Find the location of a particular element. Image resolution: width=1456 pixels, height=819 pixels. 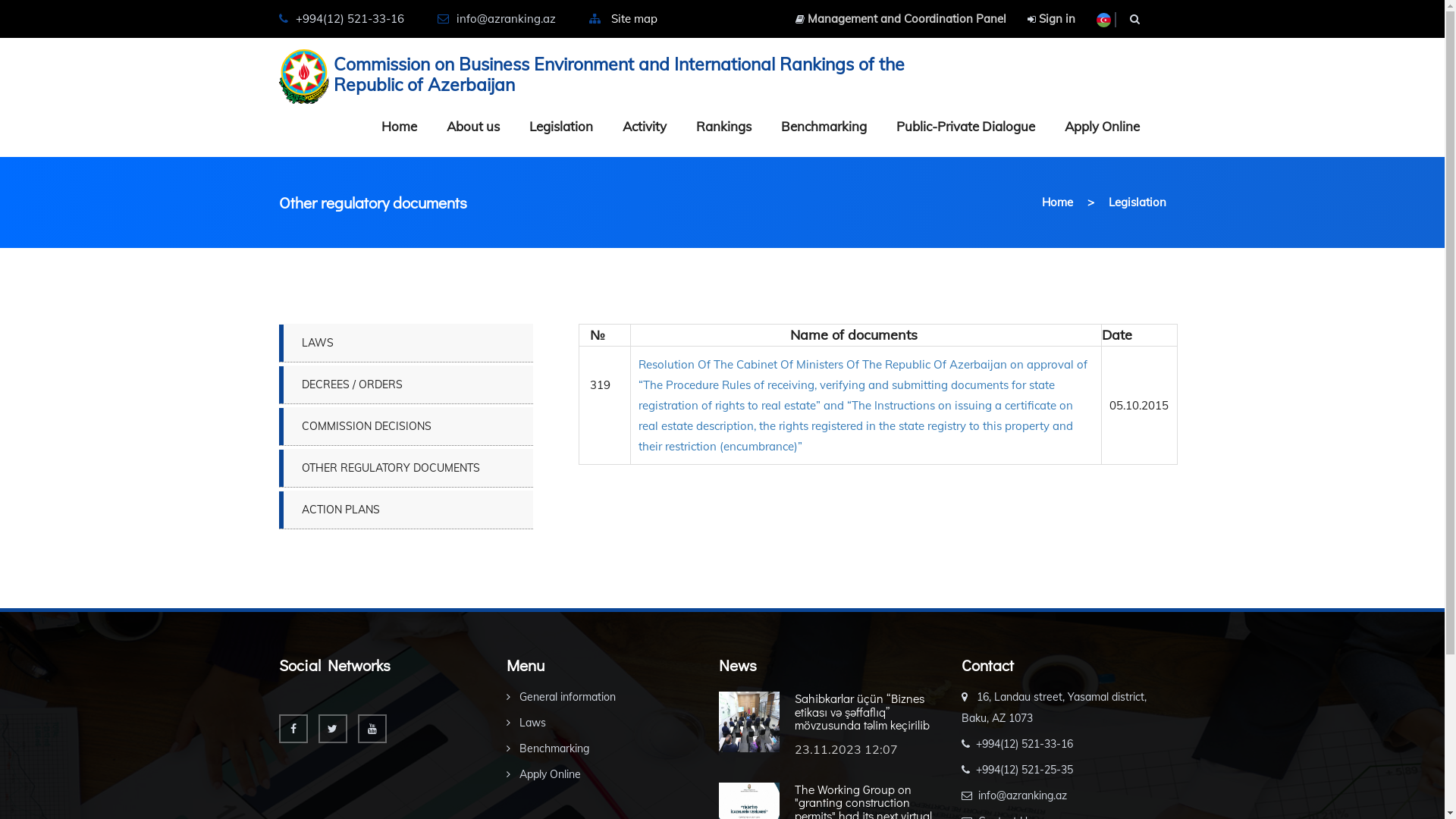

'Public-Private Dialogue' is located at coordinates (965, 125).